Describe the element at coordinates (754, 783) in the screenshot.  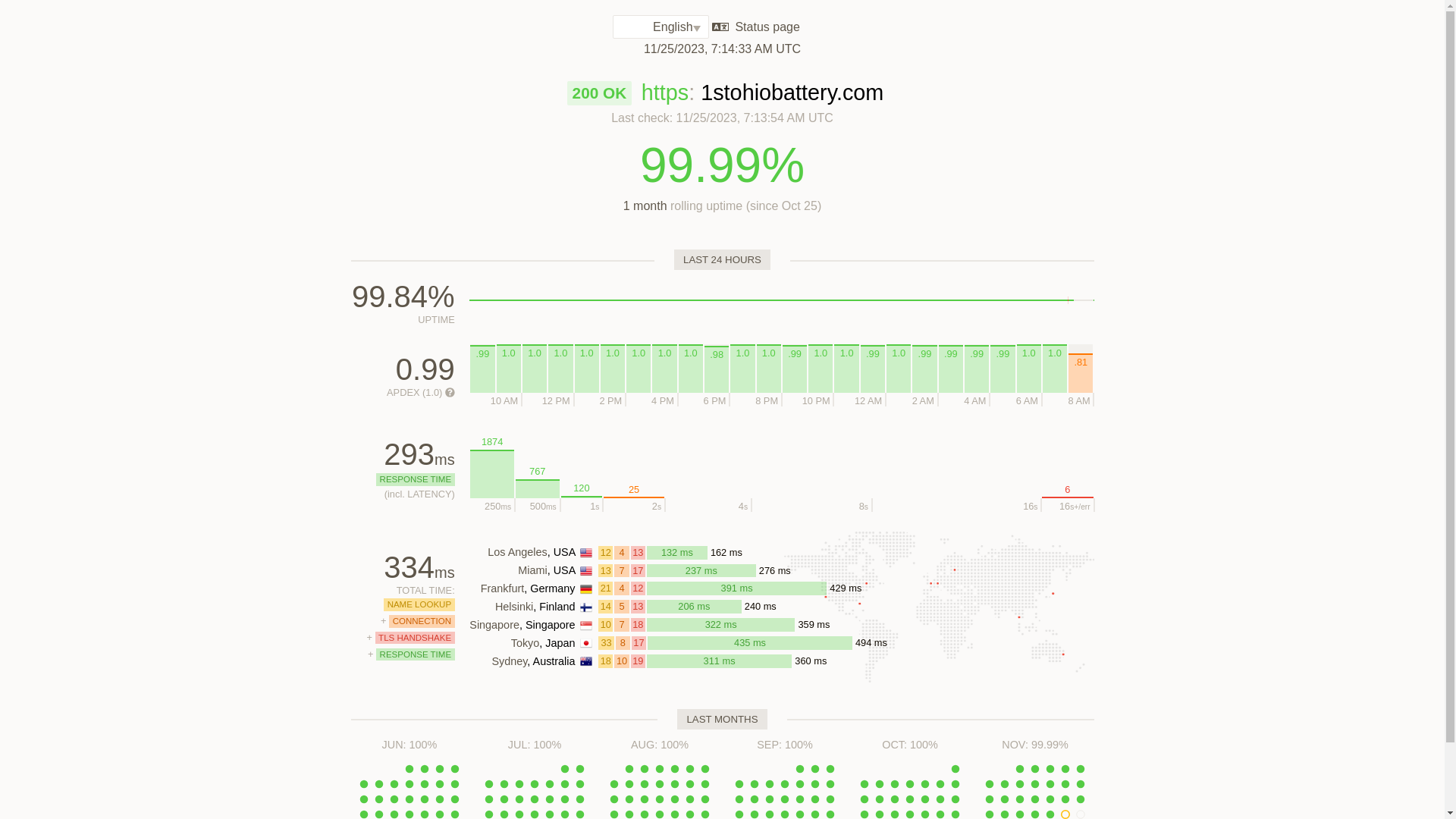
I see `'<small>Sep 05:</small> No downtime'` at that location.